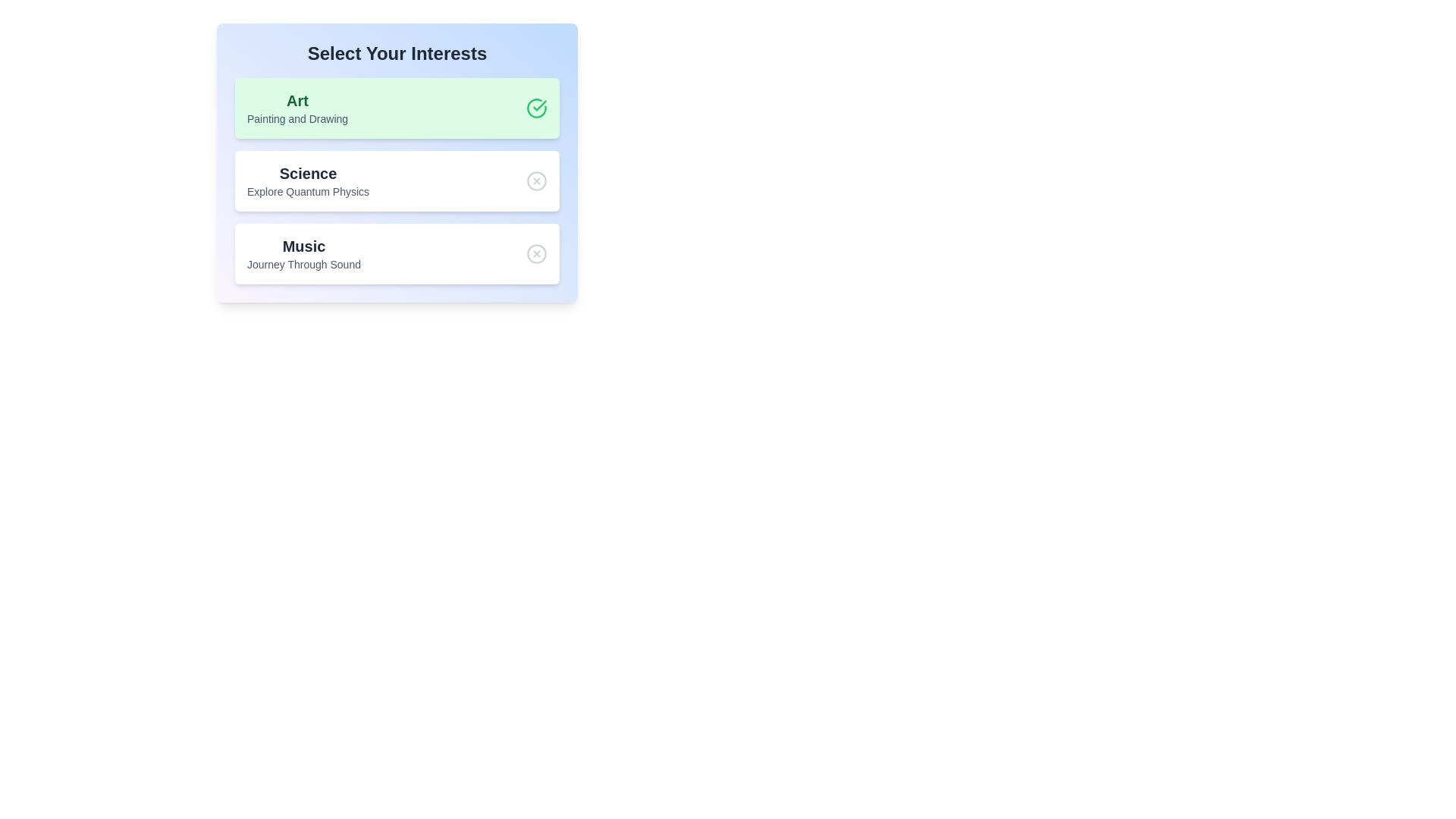 The image size is (1456, 819). Describe the element at coordinates (397, 253) in the screenshot. I see `the chip labeled Music to observe the hover effect` at that location.